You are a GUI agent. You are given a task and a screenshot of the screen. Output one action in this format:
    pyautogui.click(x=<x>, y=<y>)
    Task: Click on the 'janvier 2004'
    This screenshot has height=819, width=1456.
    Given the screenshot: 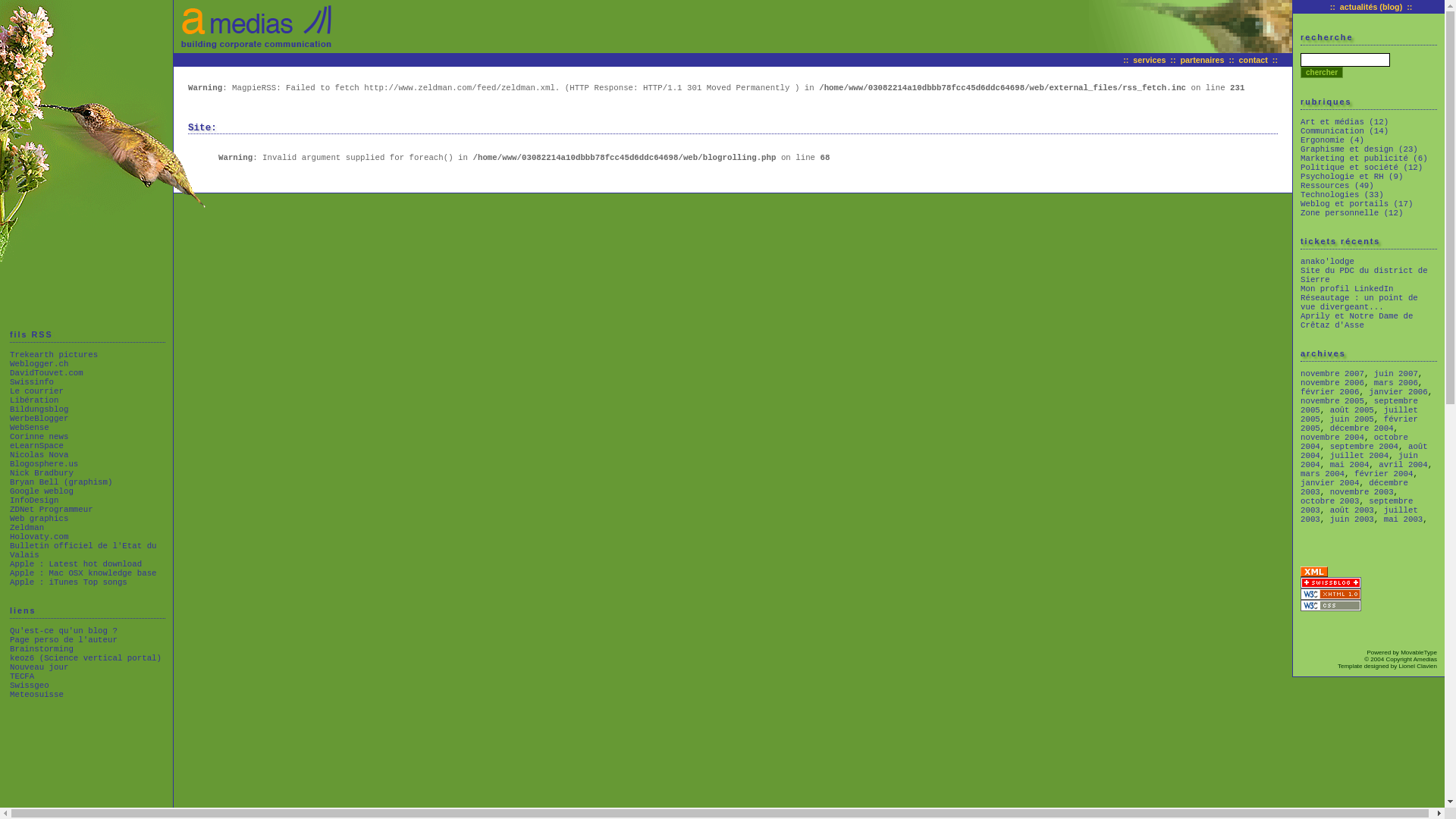 What is the action you would take?
    pyautogui.click(x=1329, y=482)
    